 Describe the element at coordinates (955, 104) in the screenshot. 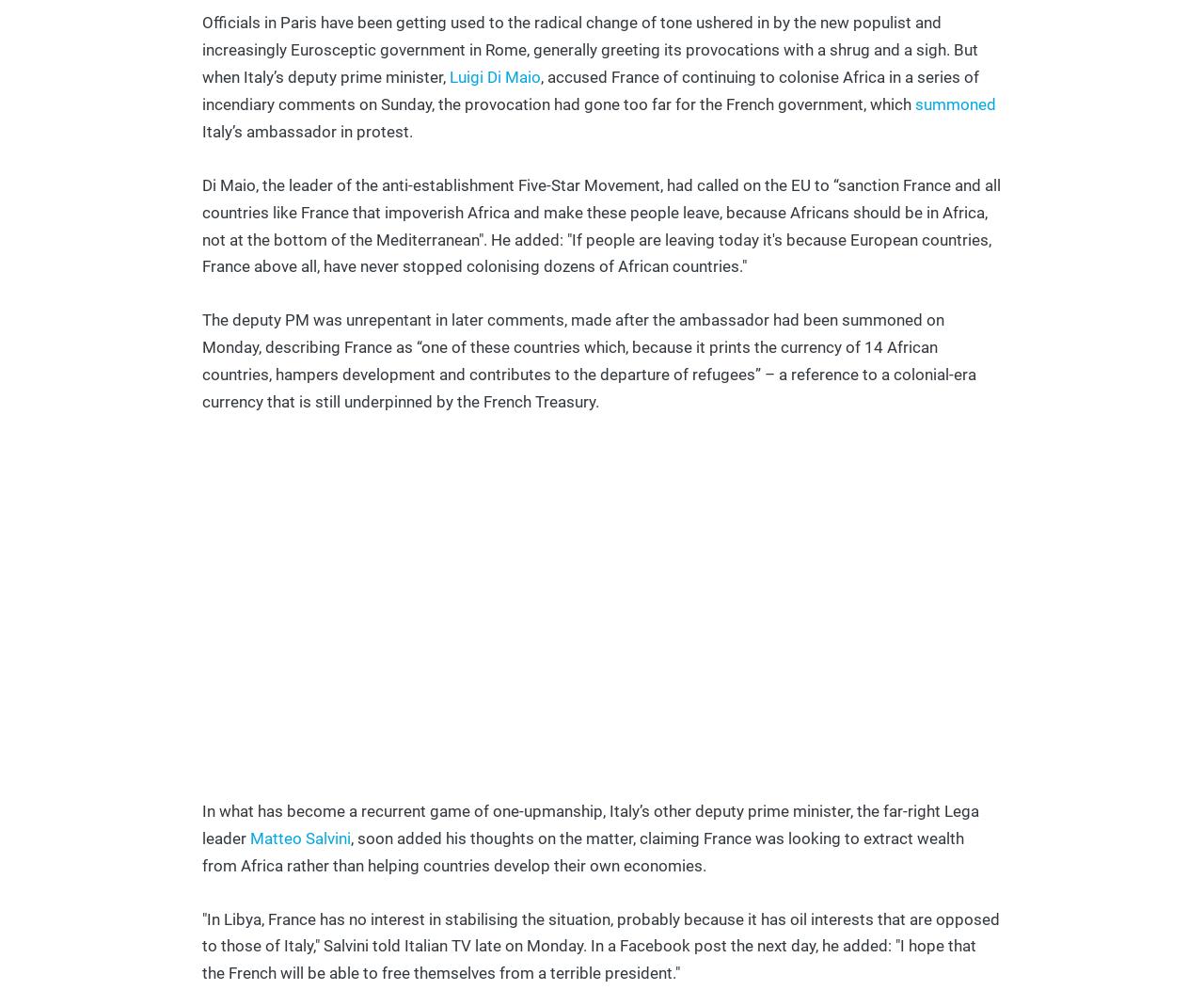

I see `'summoned'` at that location.